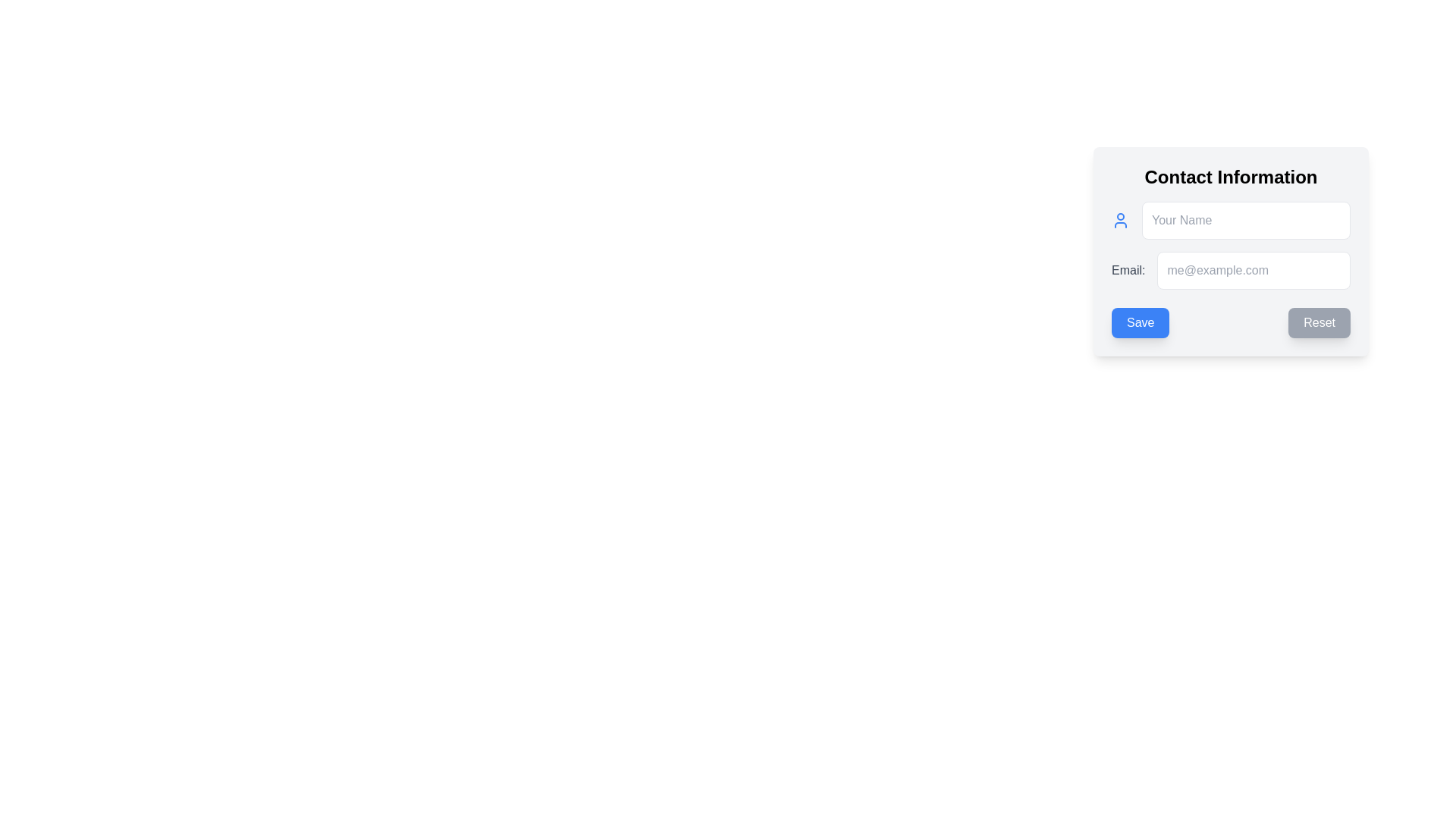 This screenshot has height=819, width=1456. Describe the element at coordinates (1141, 322) in the screenshot. I see `the primary action button for saving contact information, located in the 'Contact Information' section` at that location.